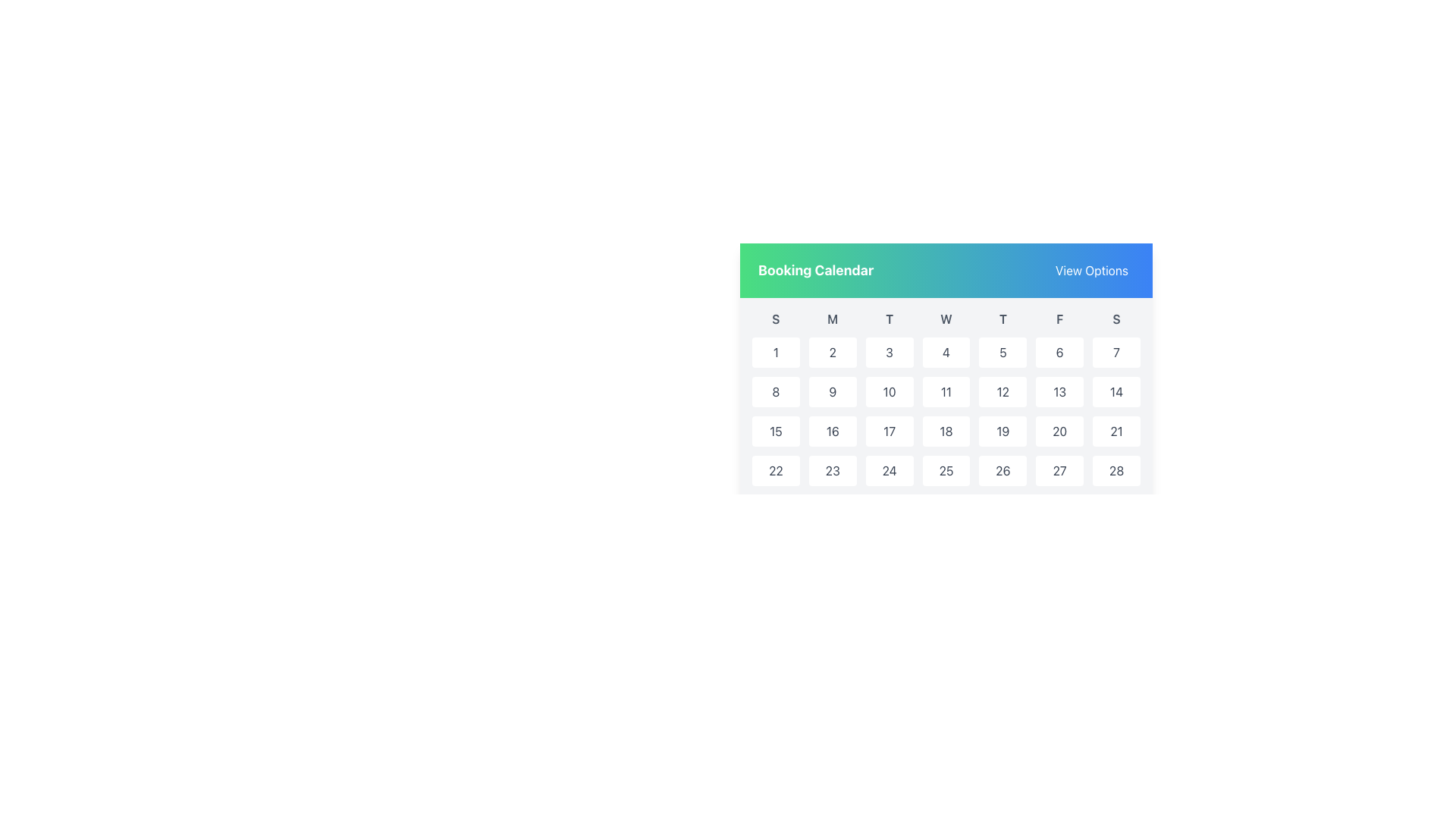 Image resolution: width=1456 pixels, height=819 pixels. What do you see at coordinates (890, 431) in the screenshot?
I see `on the numeric text label displaying '17' within the calendar grid cell` at bounding box center [890, 431].